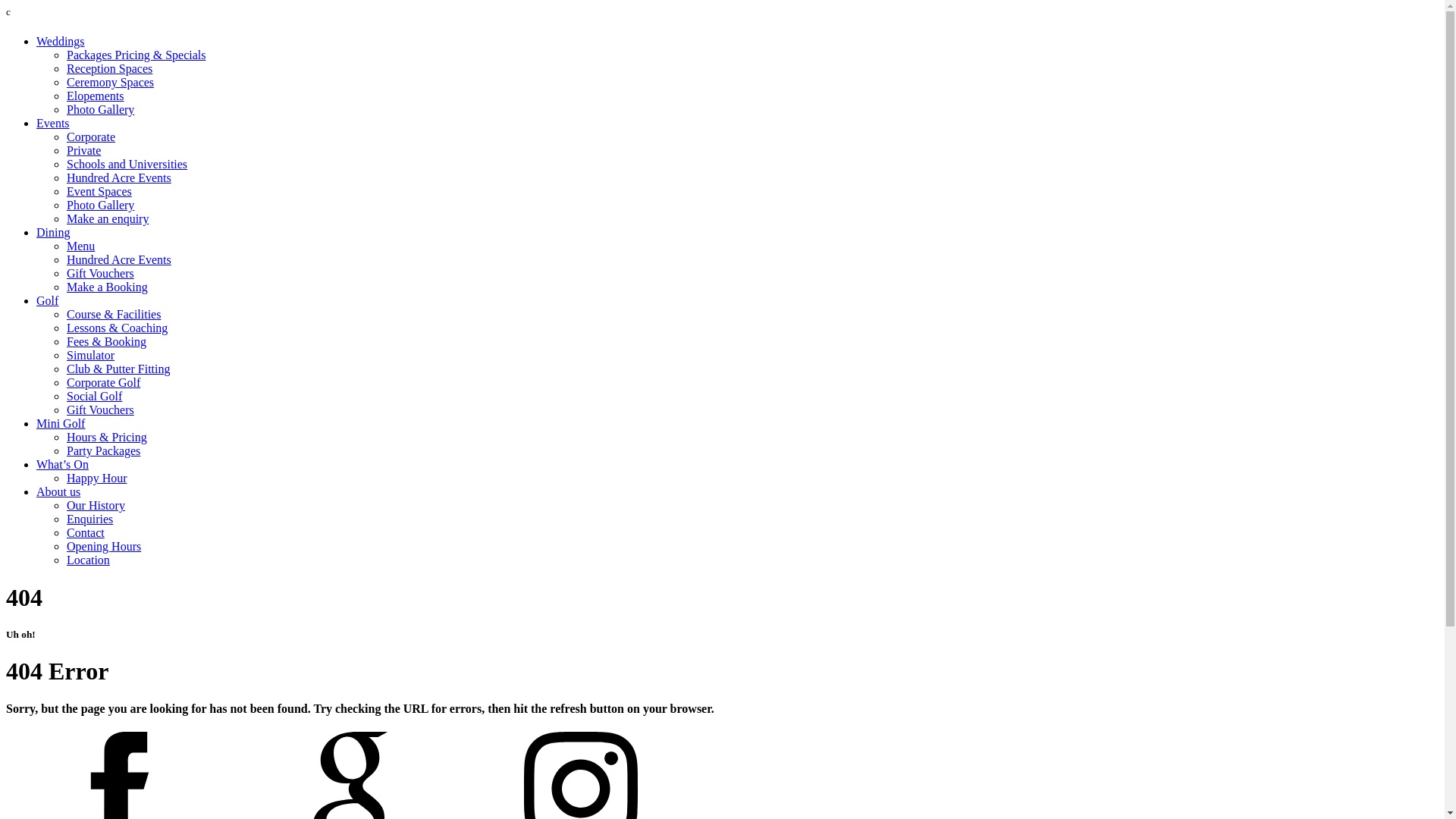 The width and height of the screenshot is (1456, 819). What do you see at coordinates (136, 54) in the screenshot?
I see `'Packages Pricing & Specials'` at bounding box center [136, 54].